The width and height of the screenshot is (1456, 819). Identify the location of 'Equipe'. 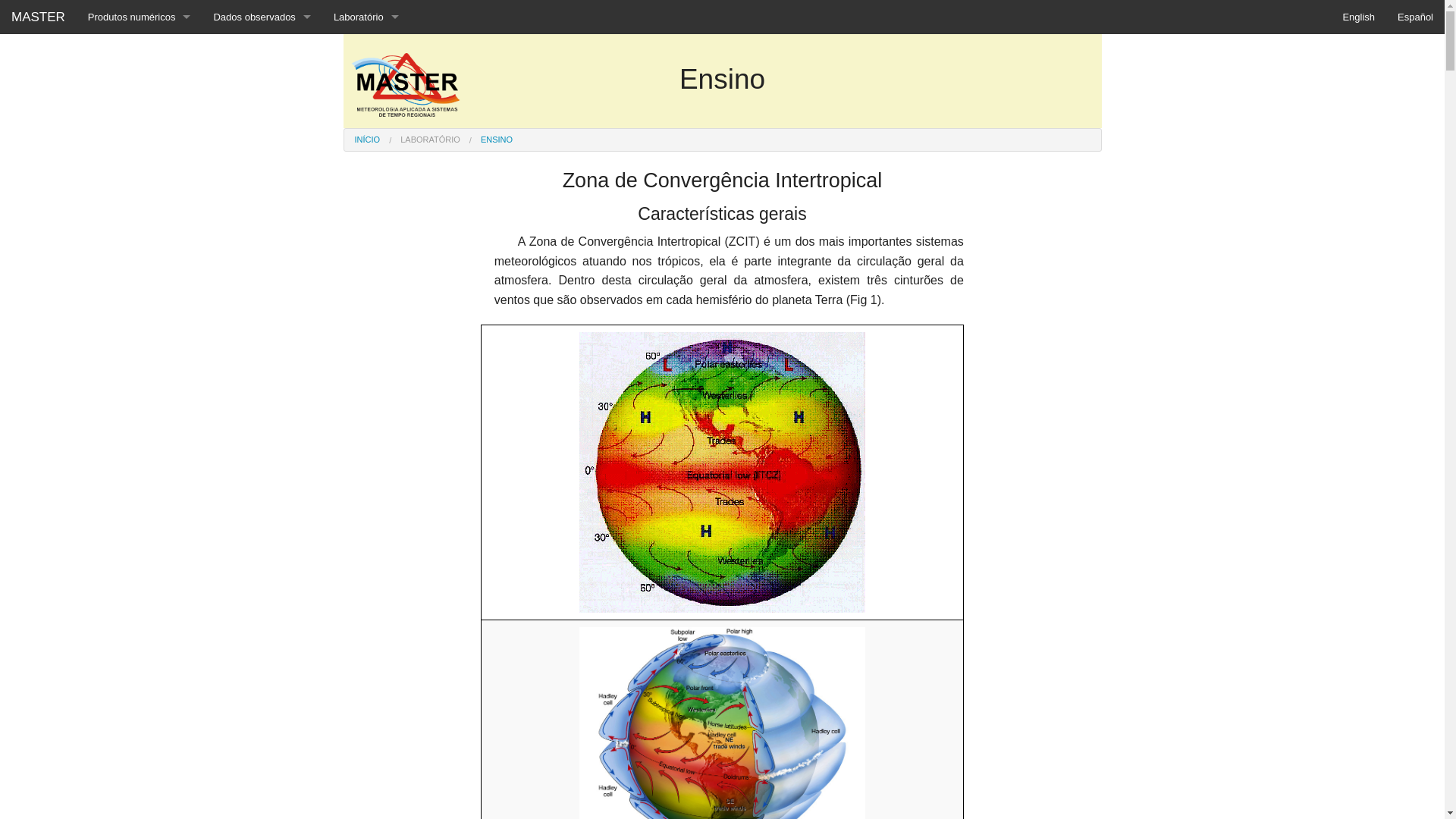
(366, 50).